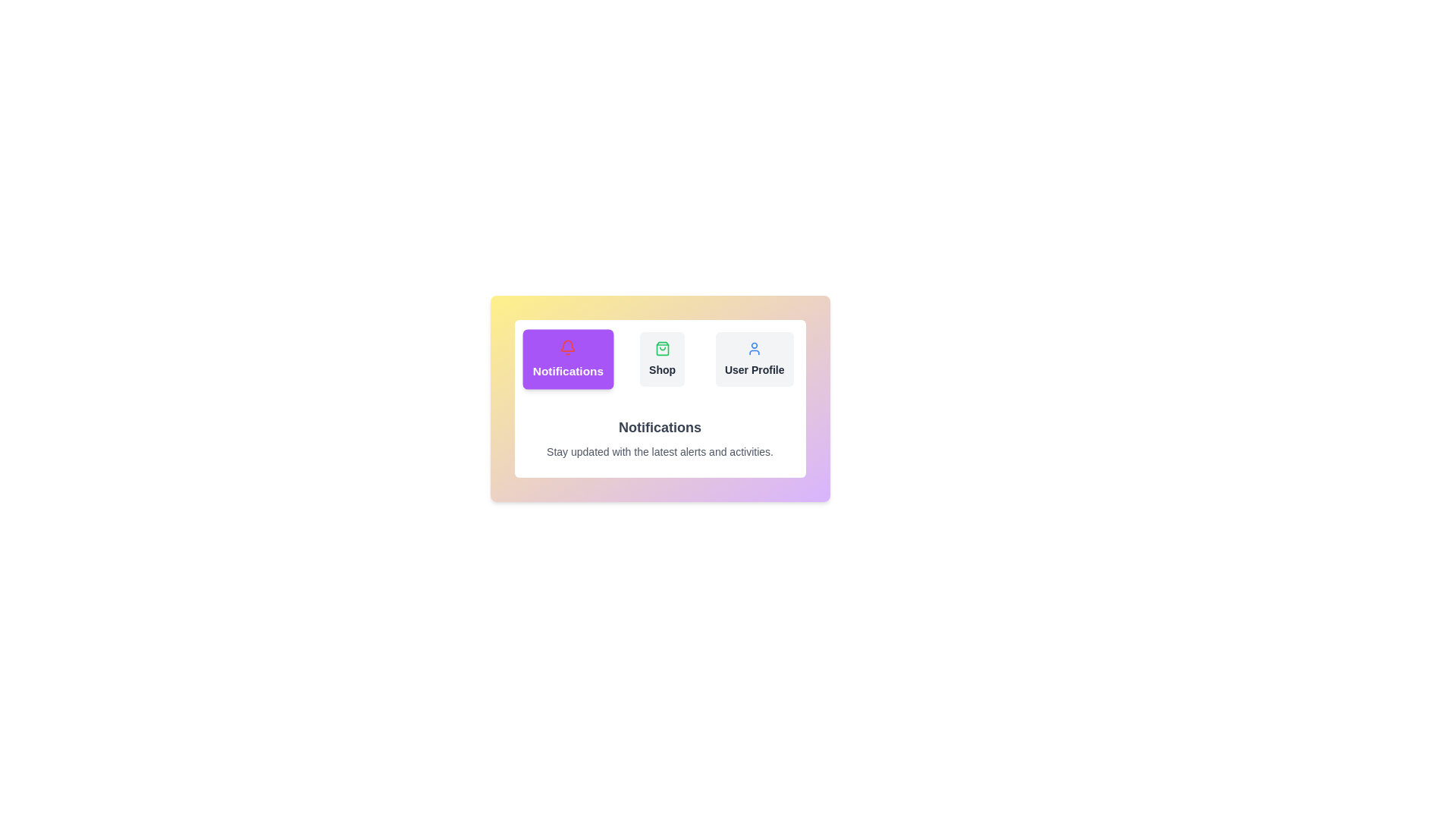 This screenshot has width=1456, height=819. I want to click on the tab labeled User Profile, so click(755, 359).